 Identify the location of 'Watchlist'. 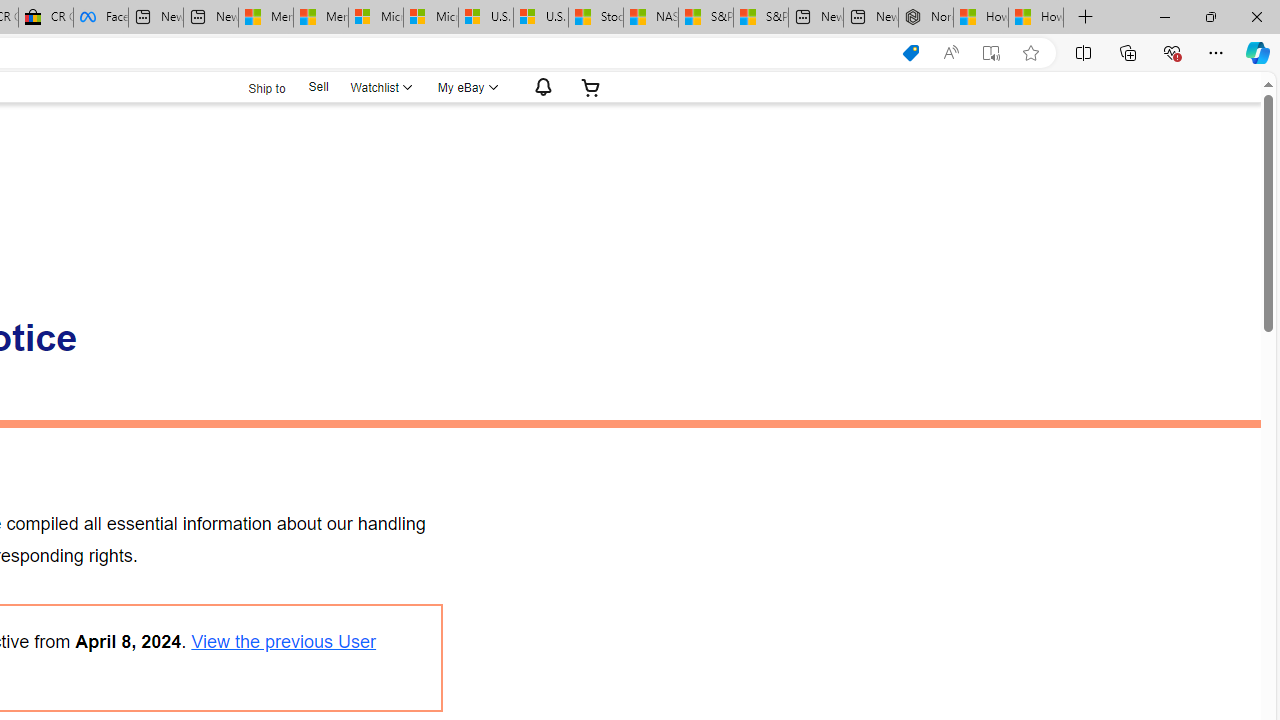
(380, 86).